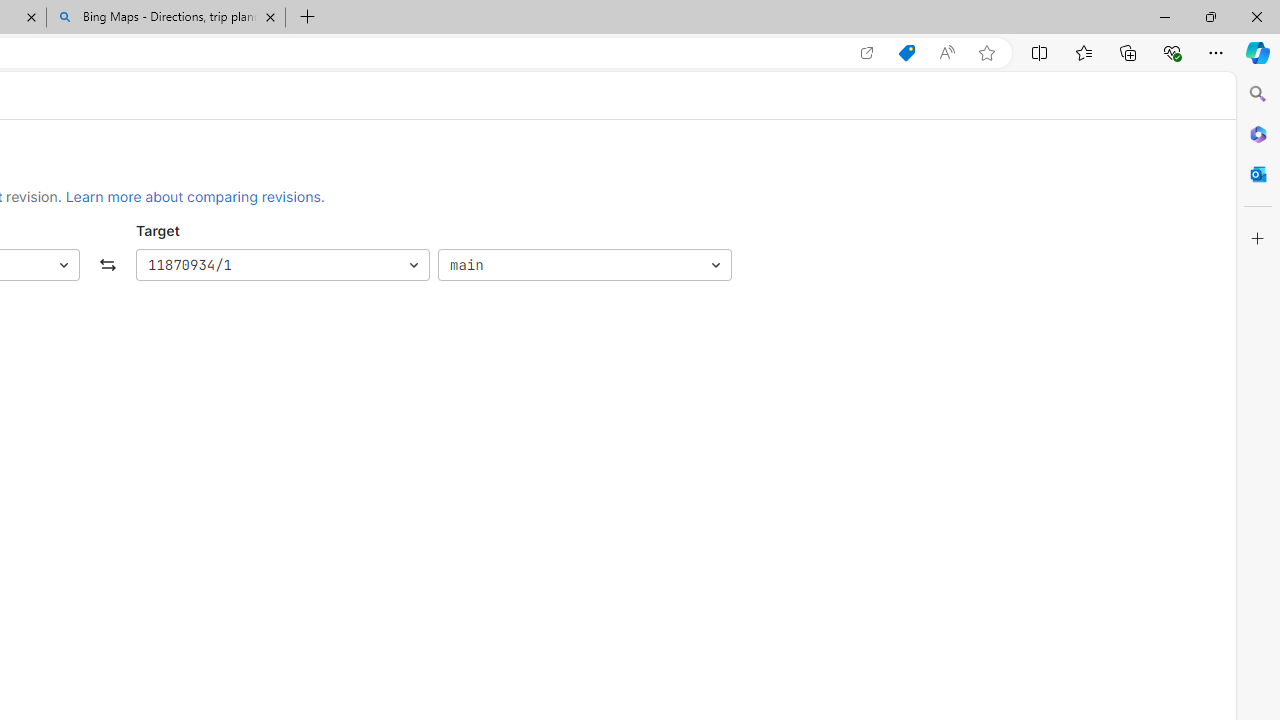 The image size is (1280, 720). Describe the element at coordinates (867, 52) in the screenshot. I see `'Open in app'` at that location.